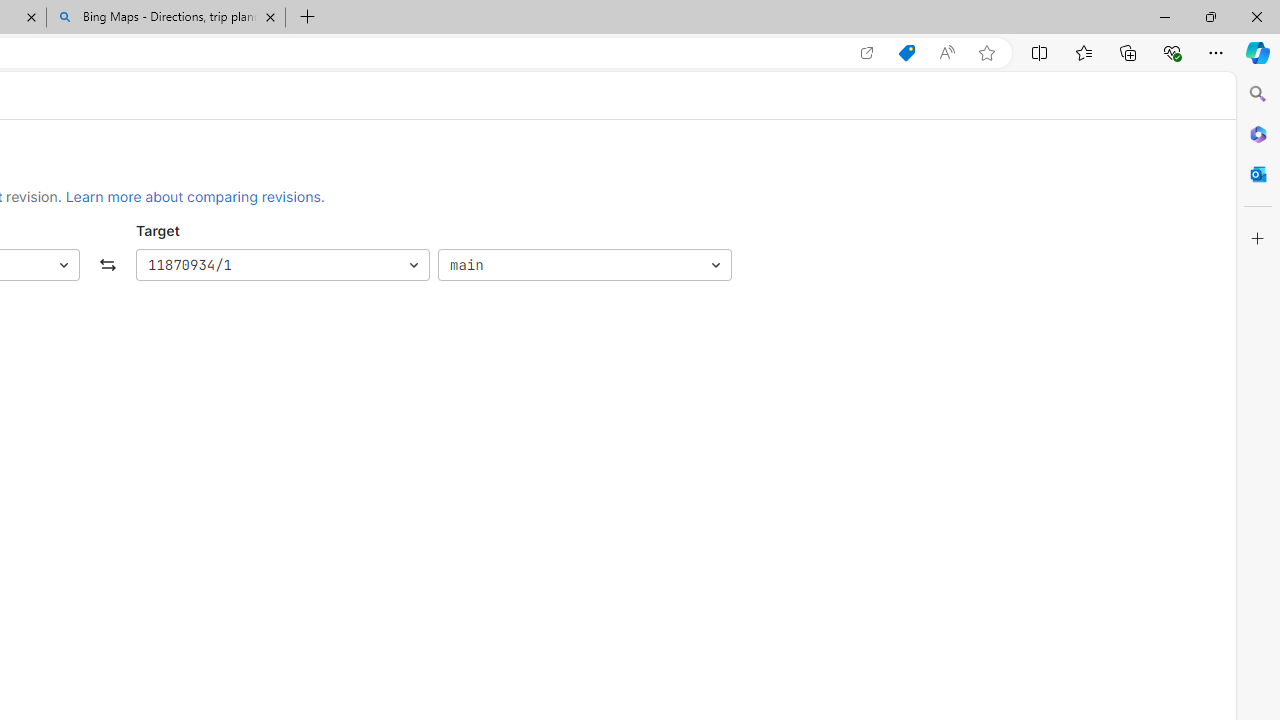 The image size is (1280, 720). Describe the element at coordinates (867, 52) in the screenshot. I see `'Open in app'` at that location.